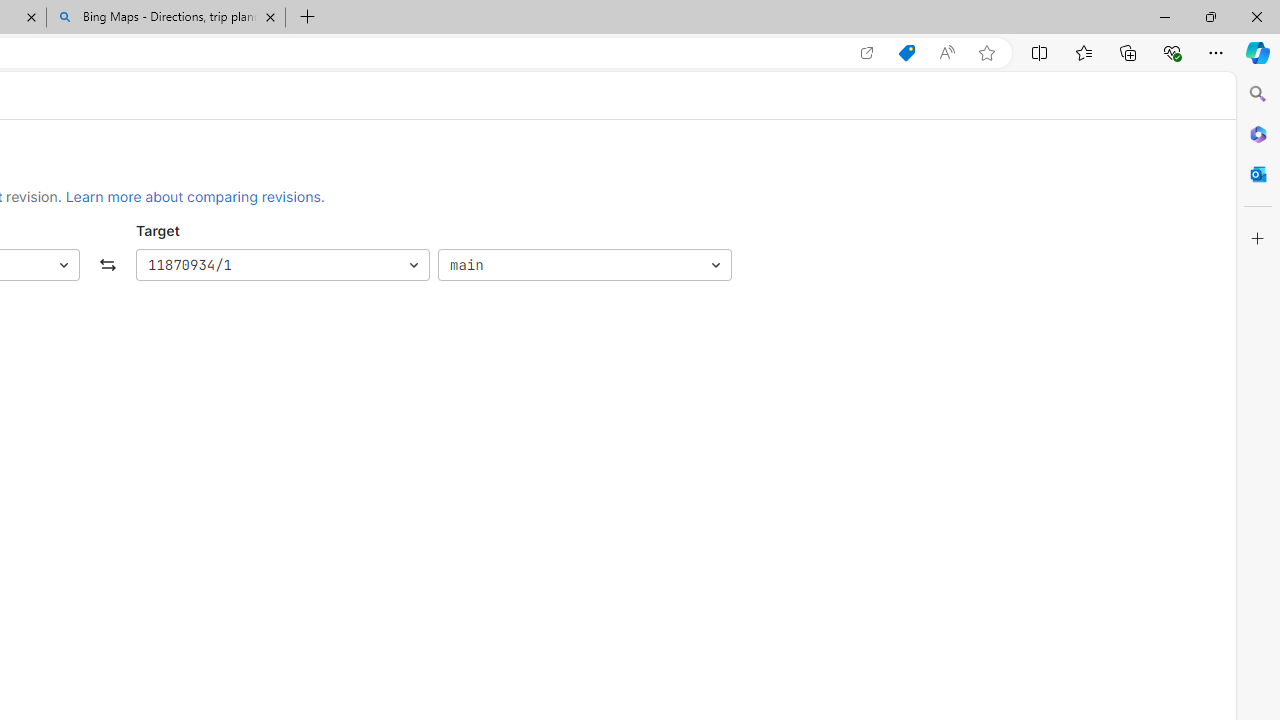 The image size is (1280, 720). Describe the element at coordinates (867, 52) in the screenshot. I see `'Open in app'` at that location.